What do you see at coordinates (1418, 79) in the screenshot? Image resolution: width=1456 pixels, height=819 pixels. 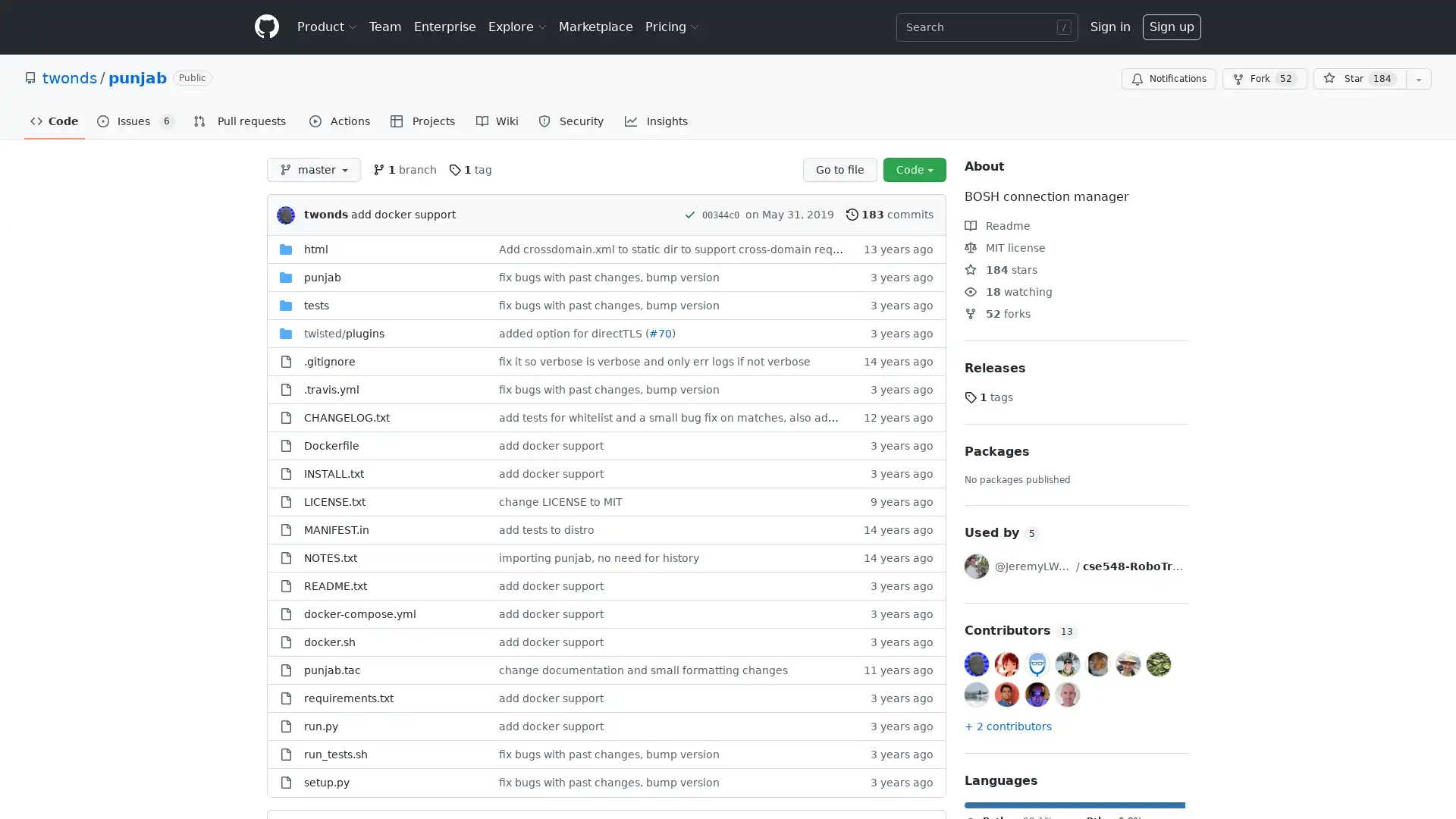 I see `You must be signed in to add this repository to a list` at bounding box center [1418, 79].